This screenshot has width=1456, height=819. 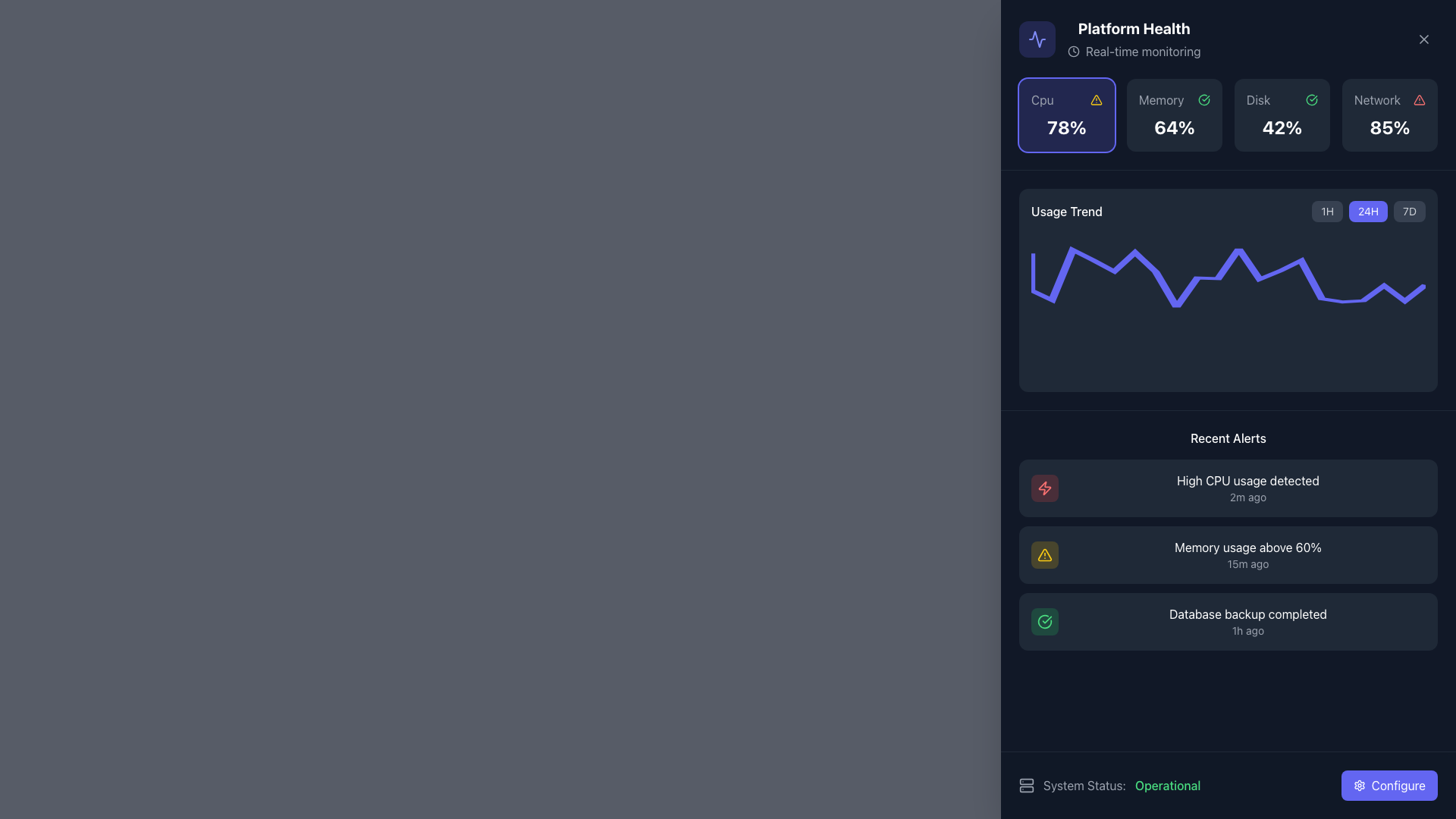 What do you see at coordinates (1043, 488) in the screenshot?
I see `the red lightning bolt icon in the 'Recent Alerts' section to interact with the alert regarding 'High CPU usage detected'` at bounding box center [1043, 488].